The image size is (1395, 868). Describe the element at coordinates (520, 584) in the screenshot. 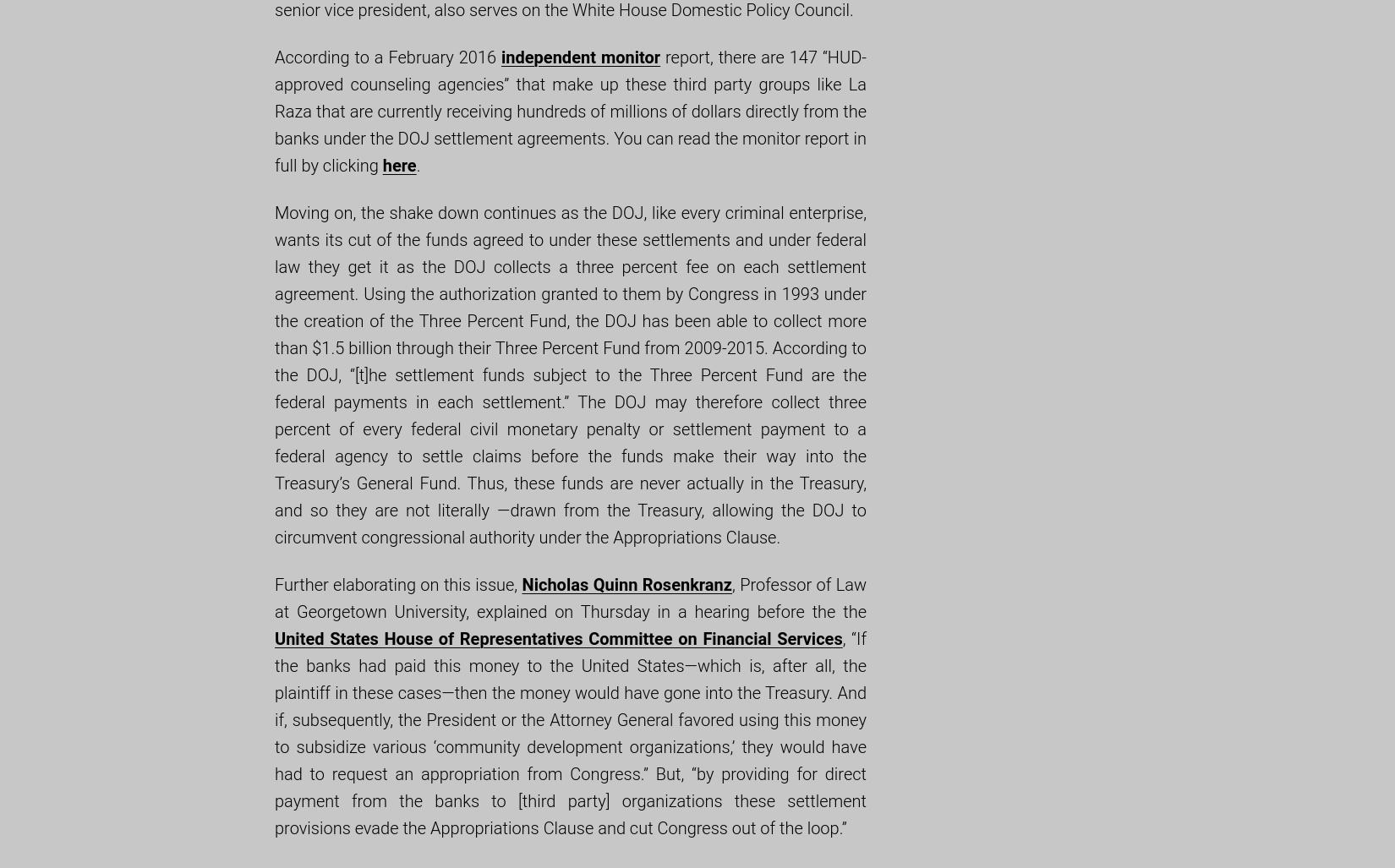

I see `'Nicholas Quinn Rosenkranz'` at that location.